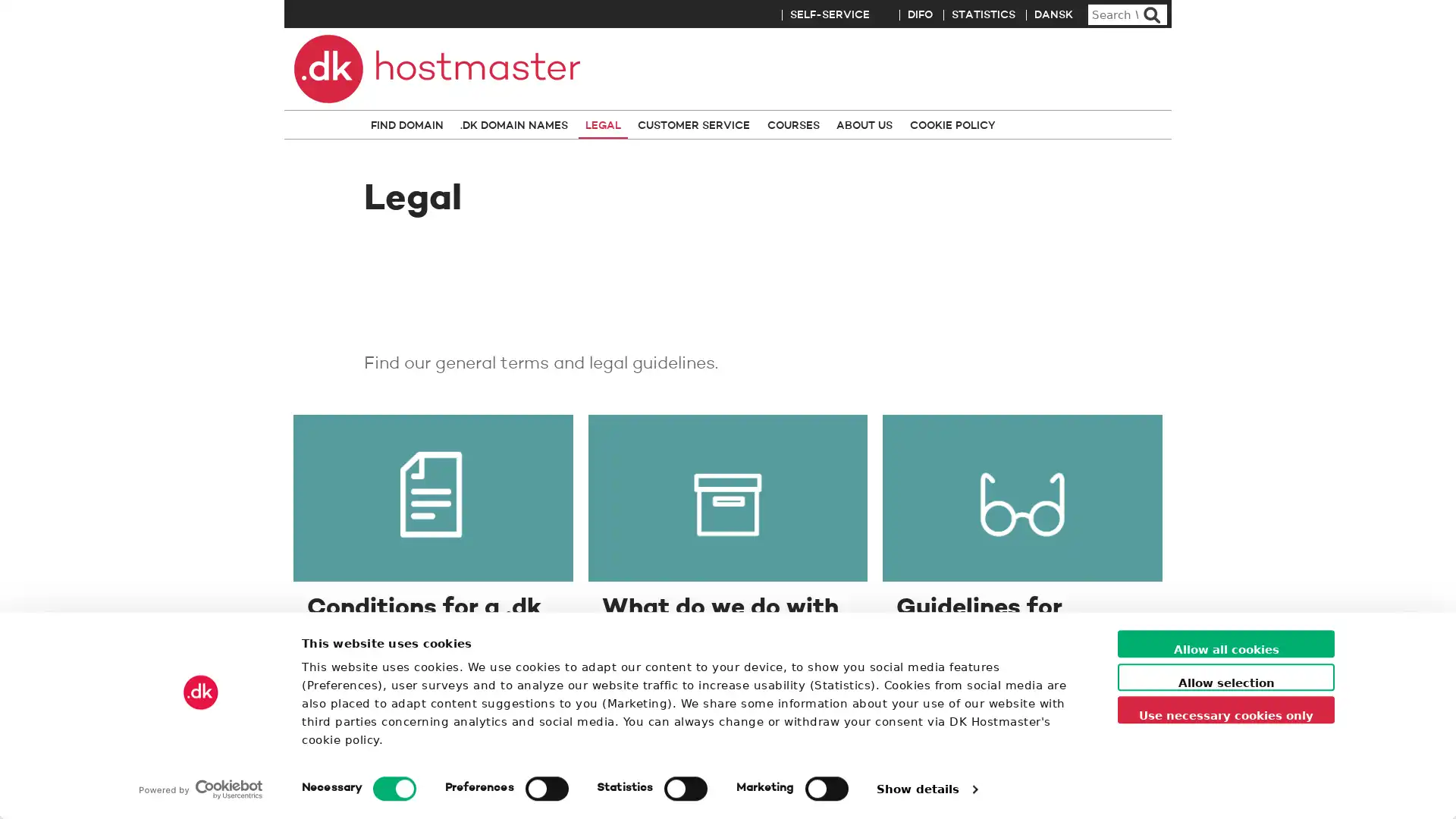 This screenshot has height=819, width=1456. Describe the element at coordinates (1226, 643) in the screenshot. I see `Allow all cookies` at that location.